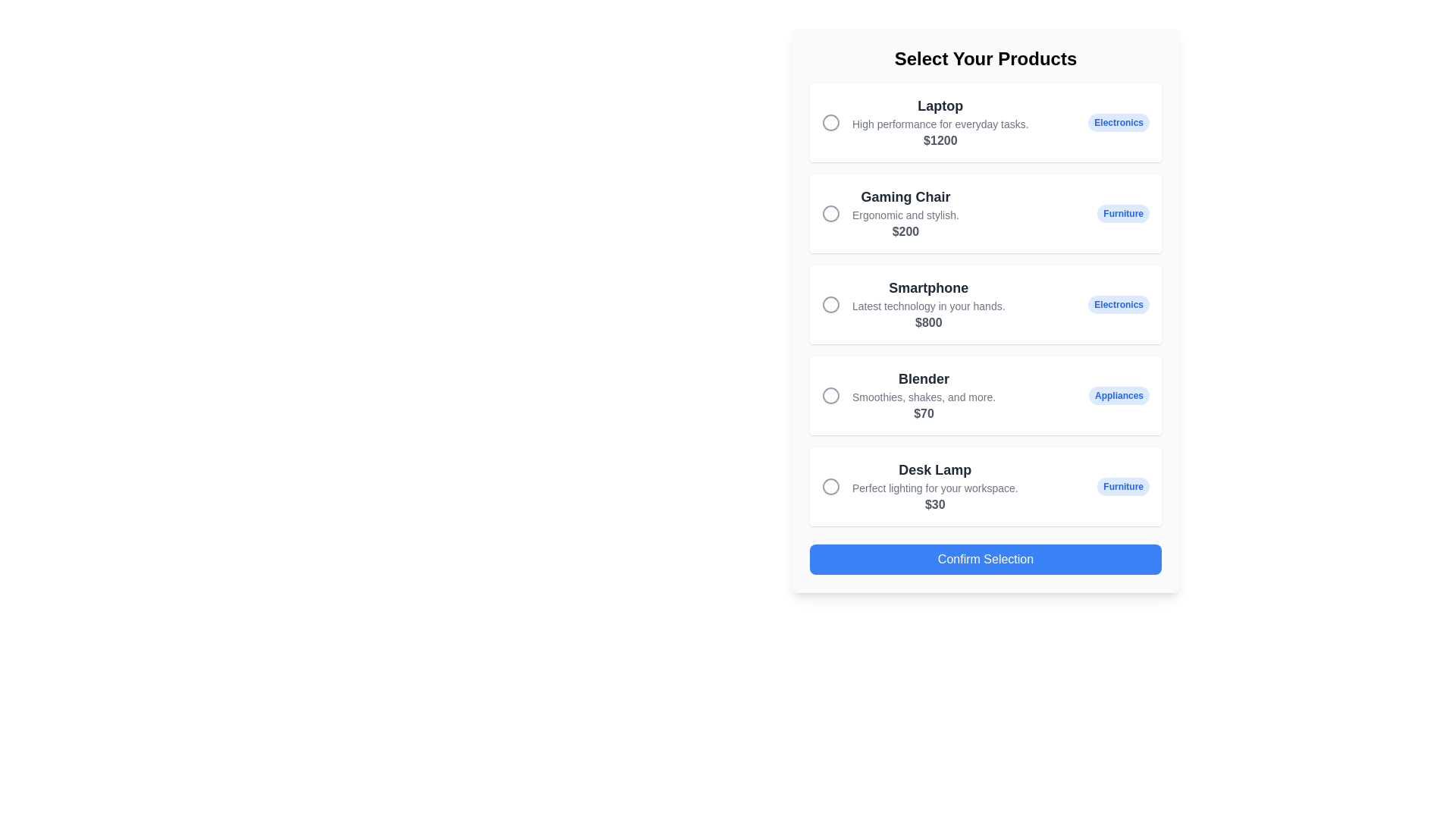 The height and width of the screenshot is (819, 1456). What do you see at coordinates (830, 304) in the screenshot?
I see `the radio button for the 'Smartphone' product, which is located to the left of the bold text 'Smartphone' in the third item of a vertical list on the right panel` at bounding box center [830, 304].